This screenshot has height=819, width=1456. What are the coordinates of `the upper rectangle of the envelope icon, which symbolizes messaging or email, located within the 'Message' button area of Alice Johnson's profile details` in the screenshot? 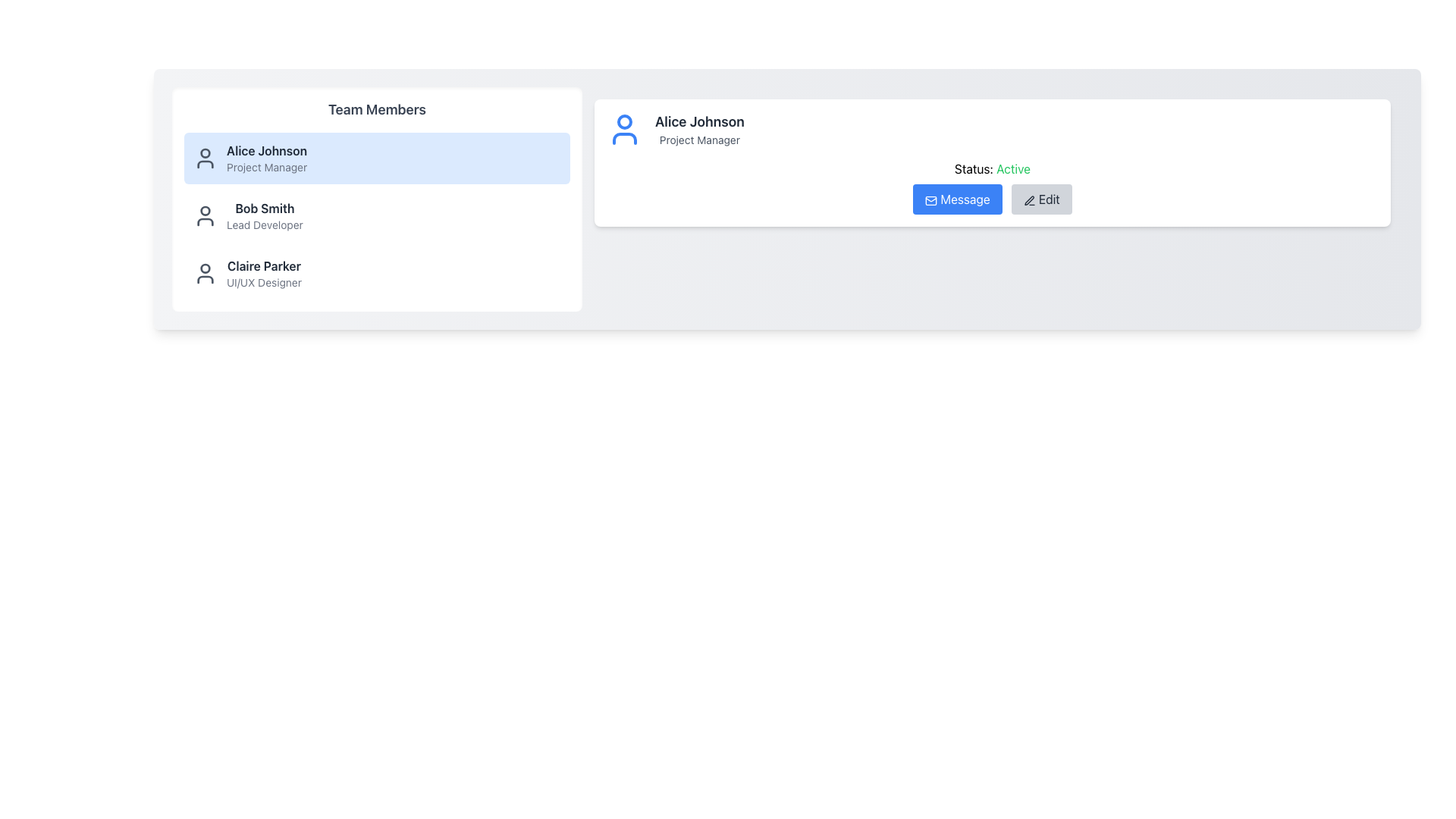 It's located at (930, 199).